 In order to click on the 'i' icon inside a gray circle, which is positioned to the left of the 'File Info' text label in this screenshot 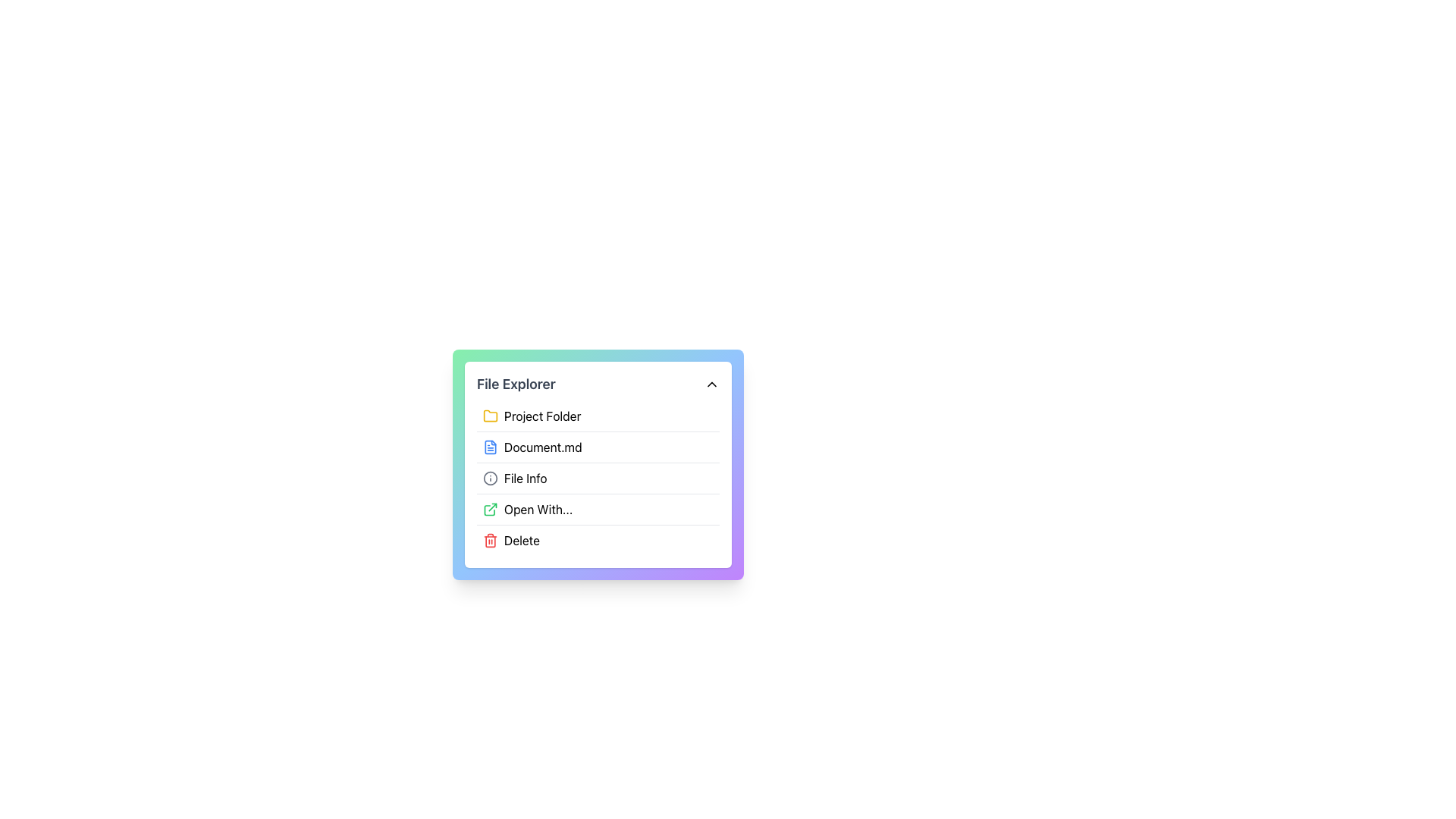, I will do `click(491, 479)`.